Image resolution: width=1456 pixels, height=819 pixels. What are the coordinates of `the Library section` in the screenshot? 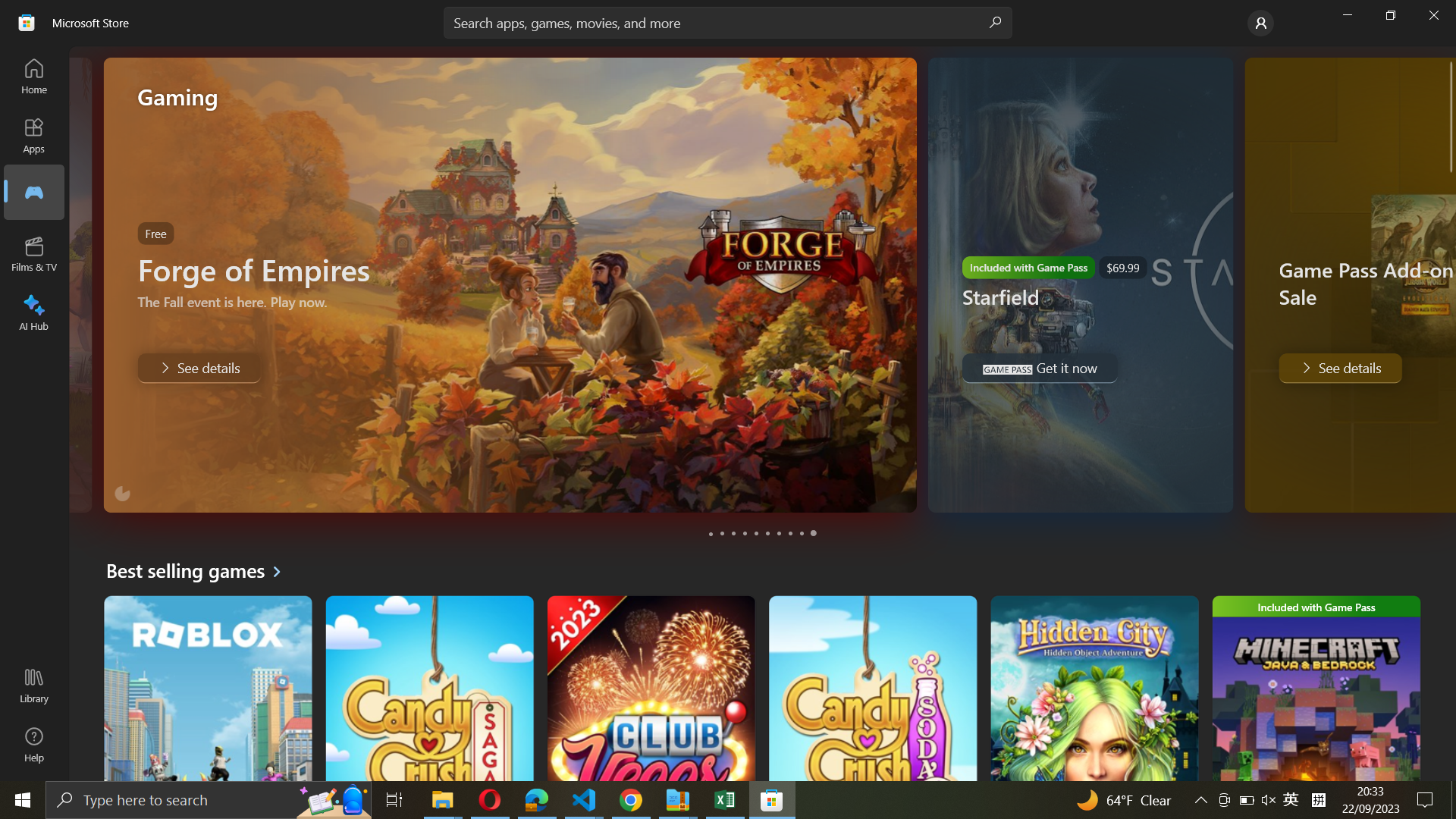 It's located at (36, 687).